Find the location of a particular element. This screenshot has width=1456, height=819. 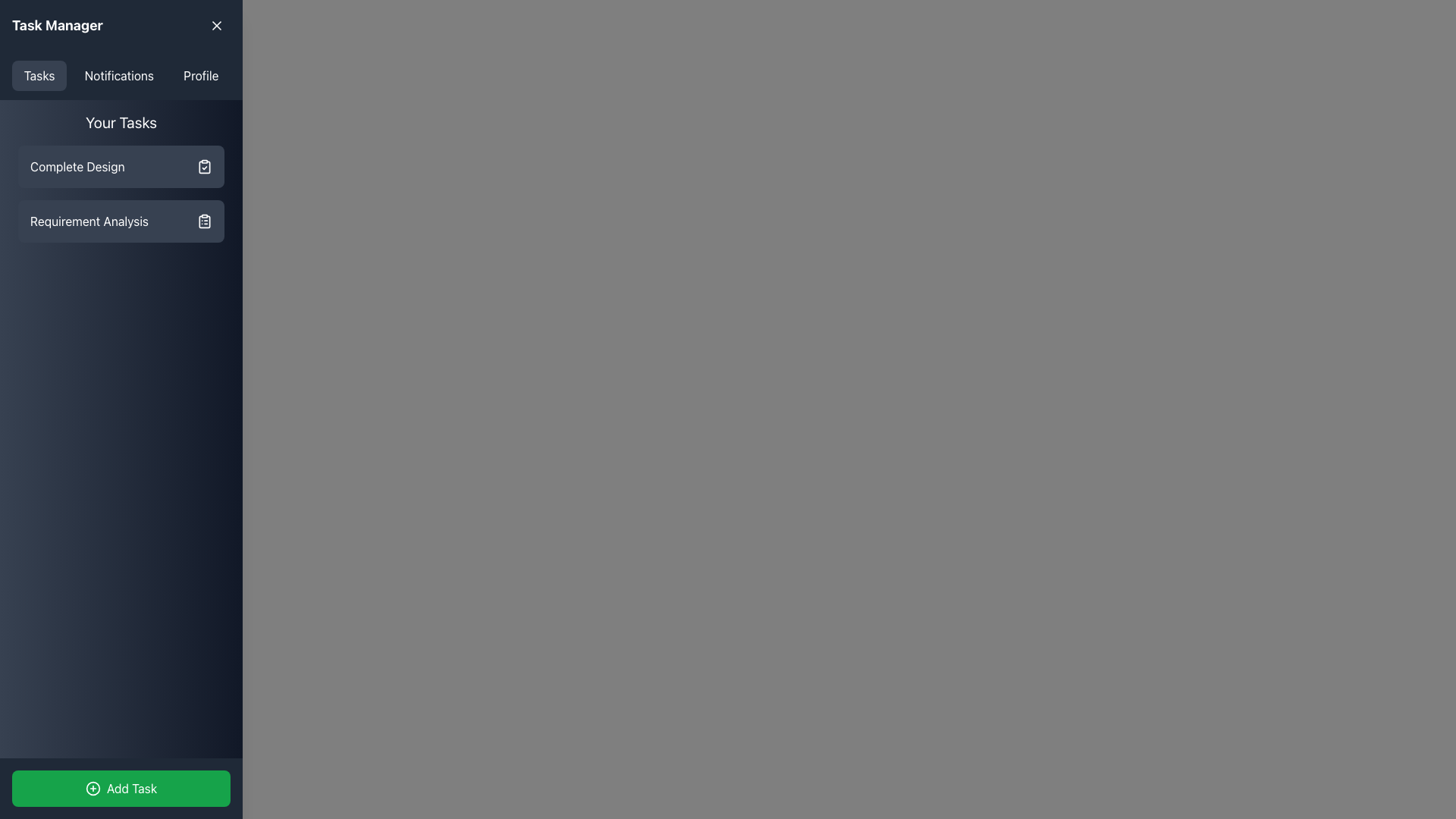

the close button located at the rightmost end of the 'Task Manager' sidebar header to activate the background highlight is located at coordinates (216, 26).